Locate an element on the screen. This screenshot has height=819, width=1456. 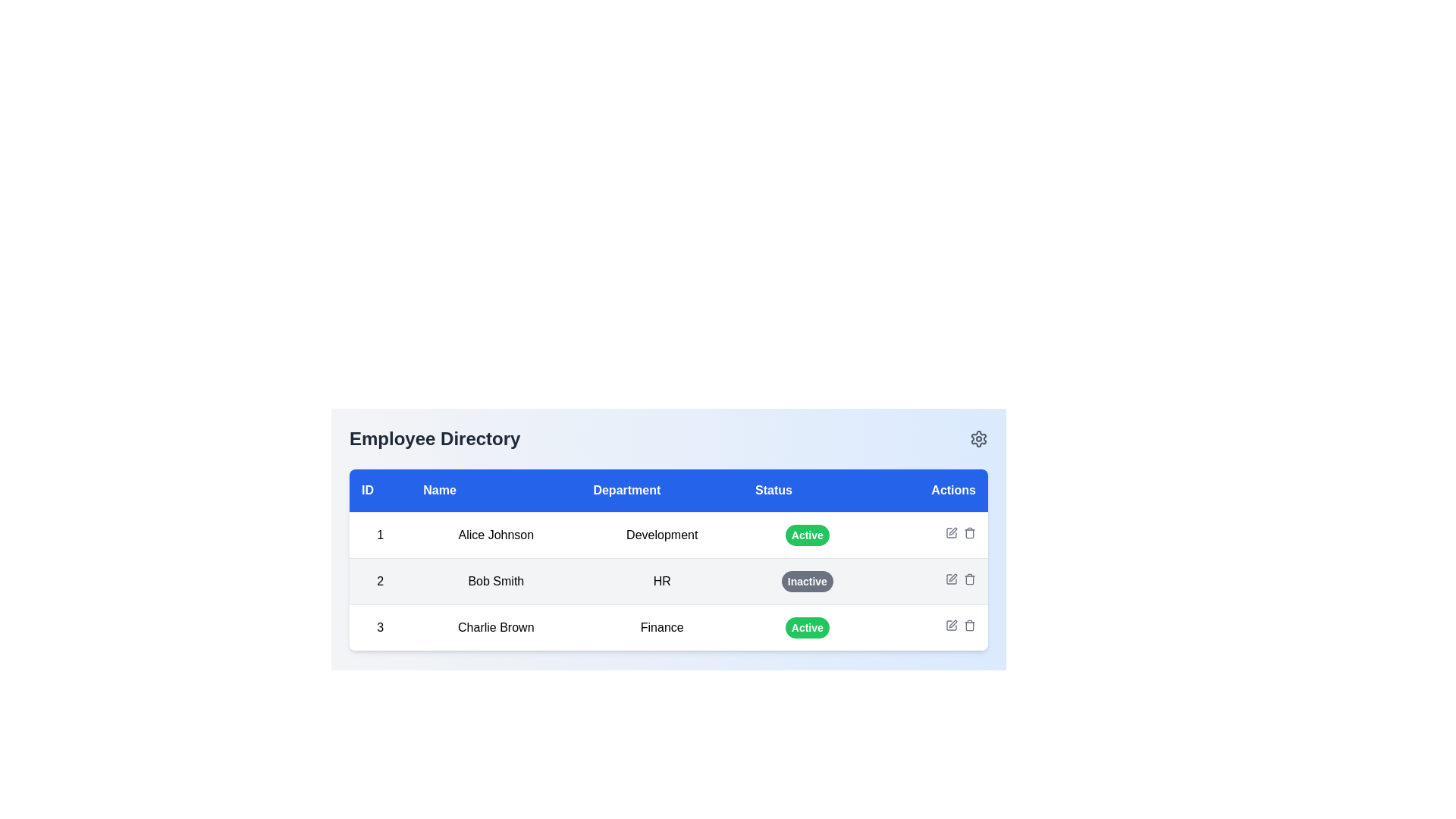
the text label displaying 'Development' in the 'Department' column, which aligns with the 'Alice Johnson' row is located at coordinates (662, 534).